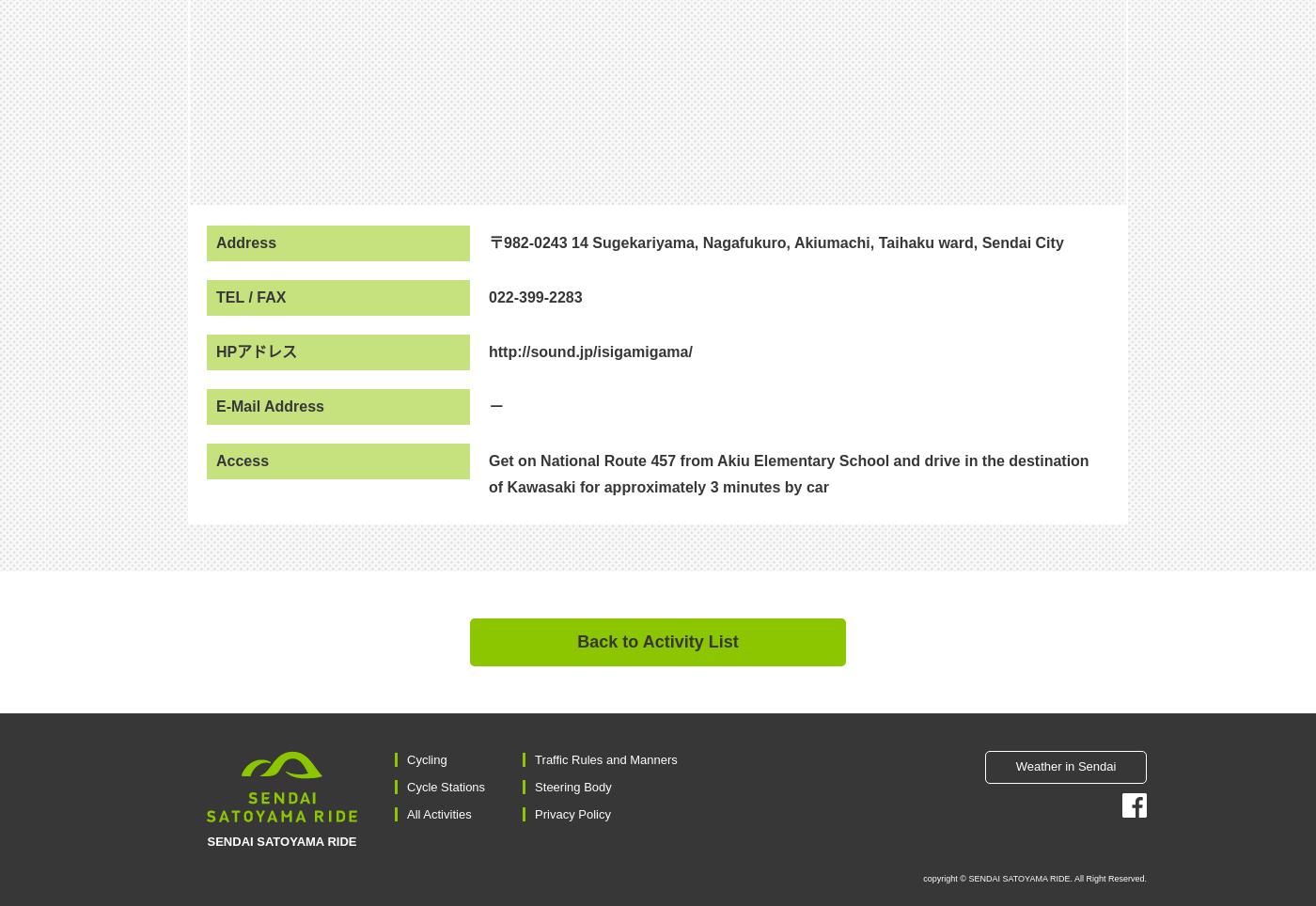 The image size is (1316, 906). Describe the element at coordinates (216, 241) in the screenshot. I see `'Address'` at that location.